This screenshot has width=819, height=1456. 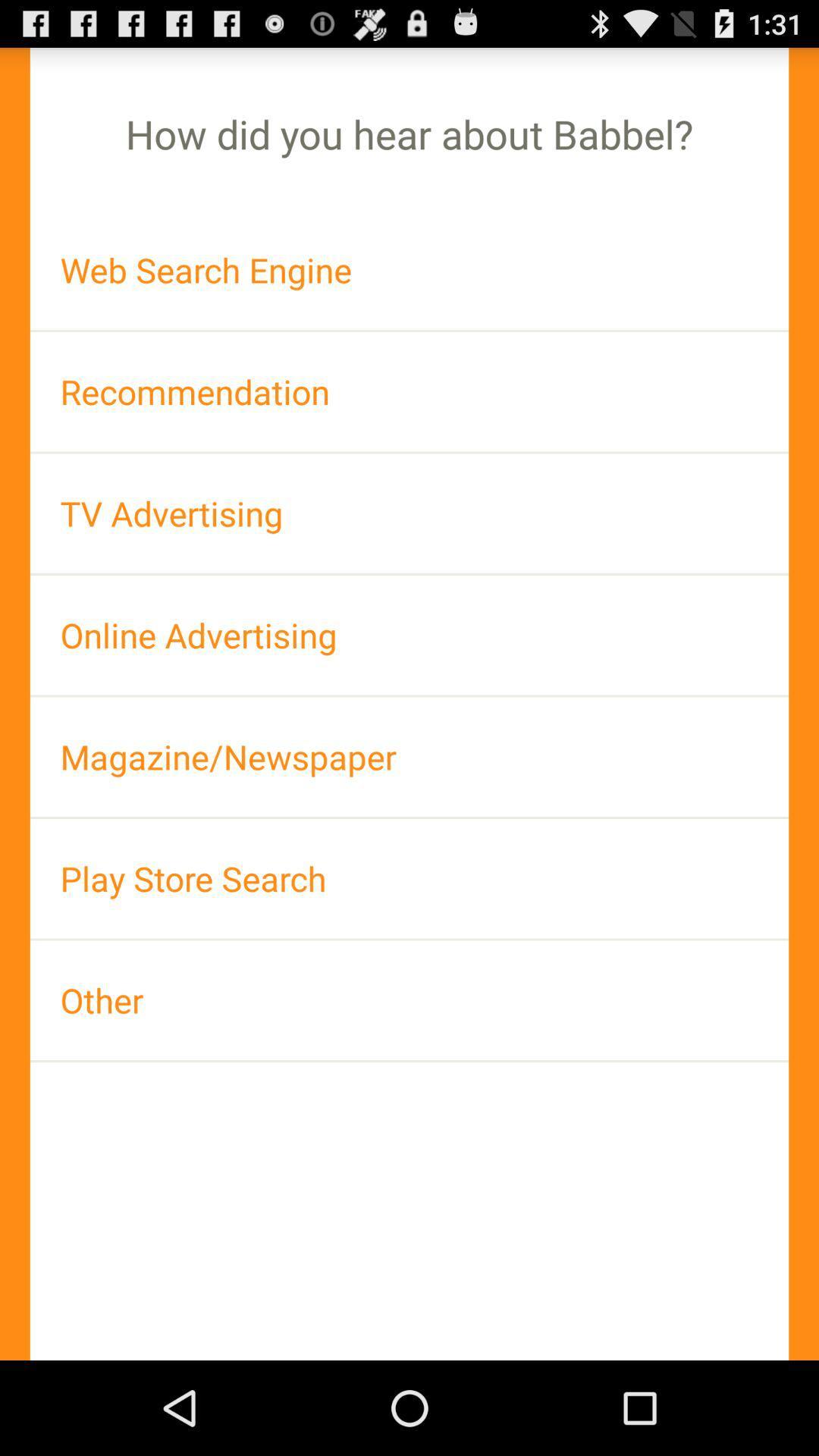 I want to click on the play store search icon, so click(x=409, y=878).